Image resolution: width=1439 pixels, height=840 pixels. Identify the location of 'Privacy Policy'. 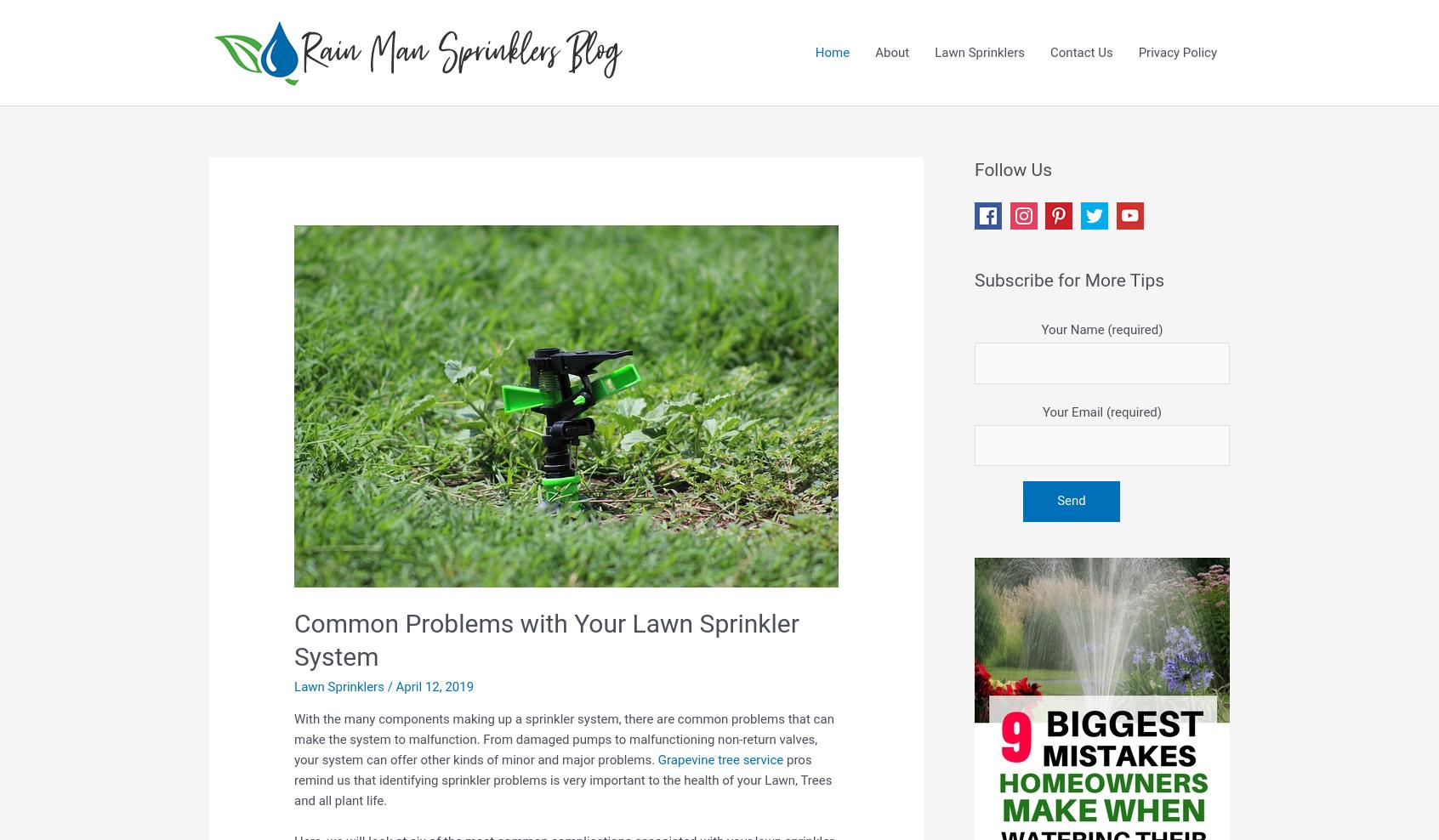
(1177, 52).